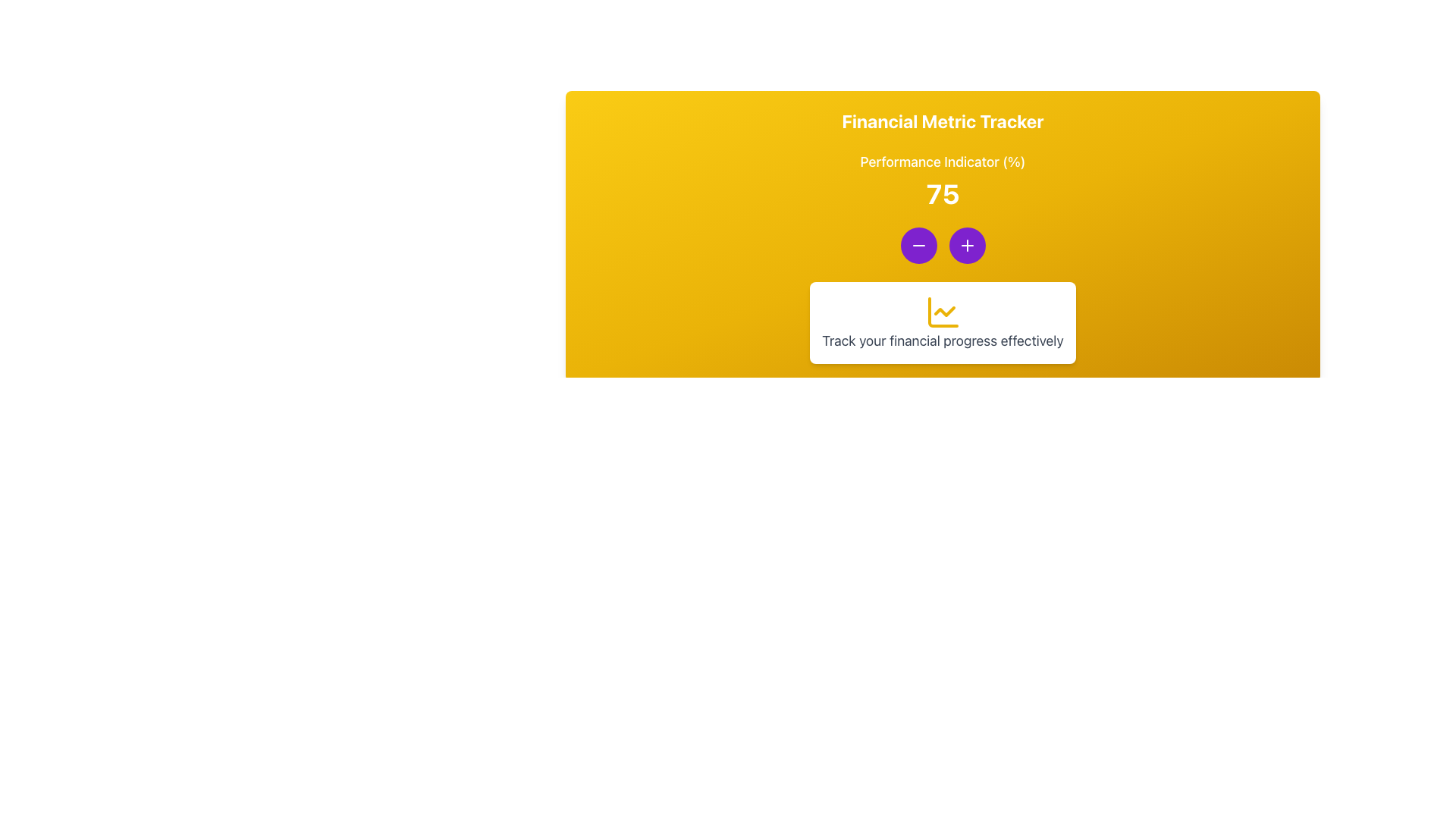 The image size is (1456, 819). What do you see at coordinates (942, 312) in the screenshot?
I see `the yellow line chart symbol with a zigzag pattern representing a performance trend, located within the white card below the 'Financial Metric Tracker' heading` at bounding box center [942, 312].